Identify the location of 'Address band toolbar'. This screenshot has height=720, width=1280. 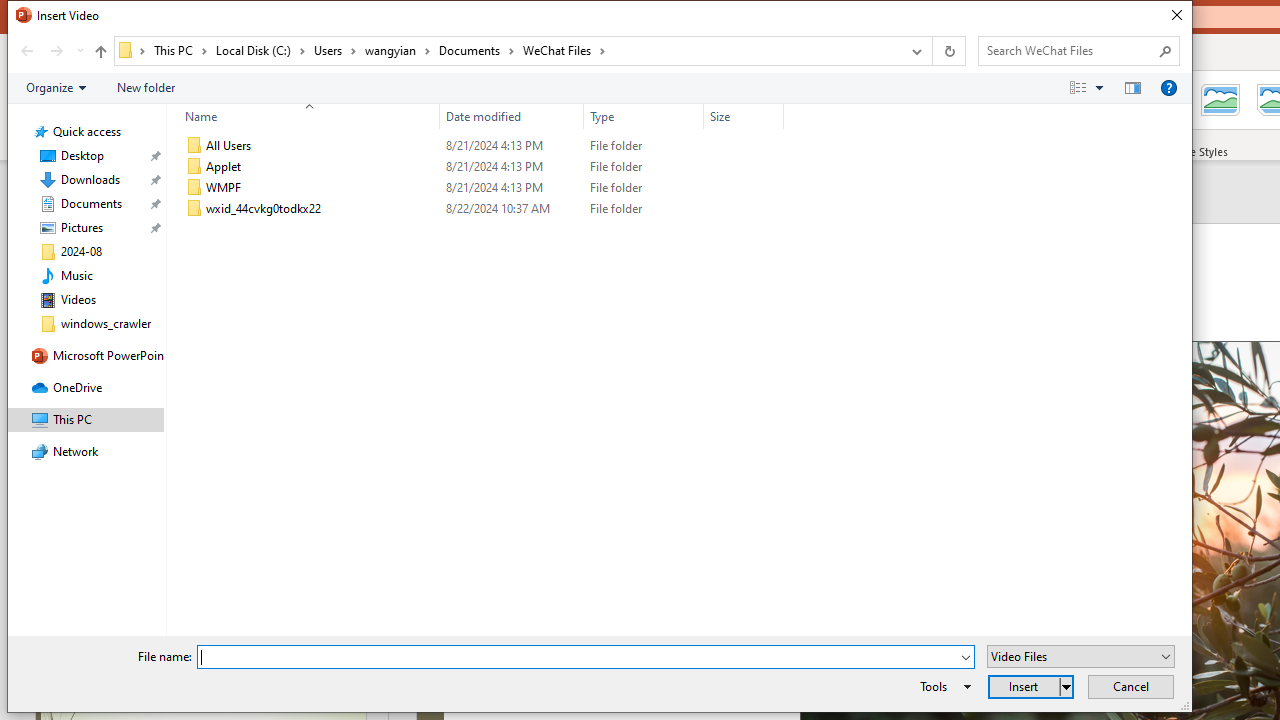
(930, 50).